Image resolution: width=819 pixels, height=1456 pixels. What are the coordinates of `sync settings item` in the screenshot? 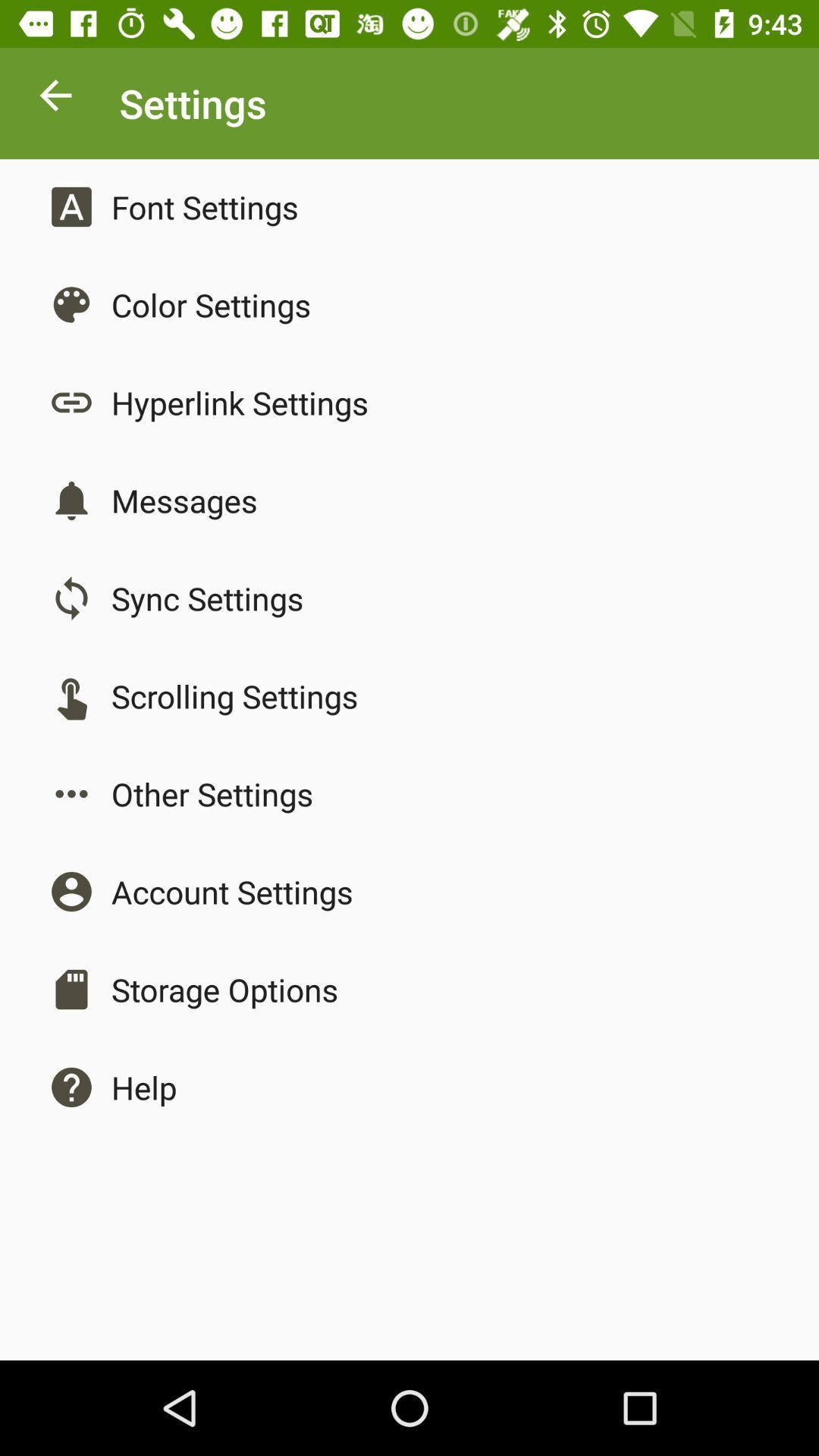 It's located at (207, 597).